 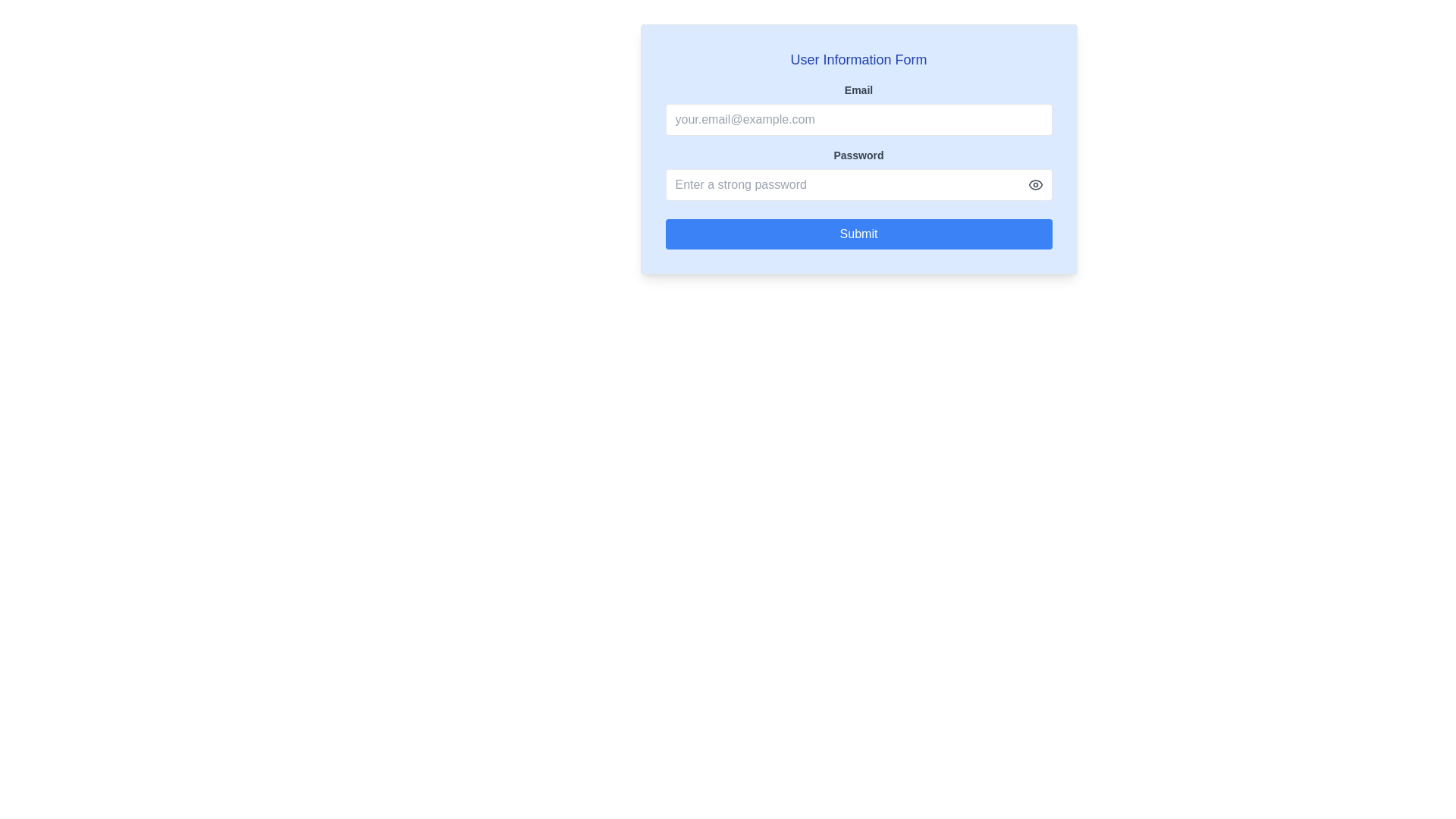 I want to click on the blue rectangular button with rounded corners labeled 'Submit' located at the bottom of the 'User Information Form', so click(x=858, y=234).